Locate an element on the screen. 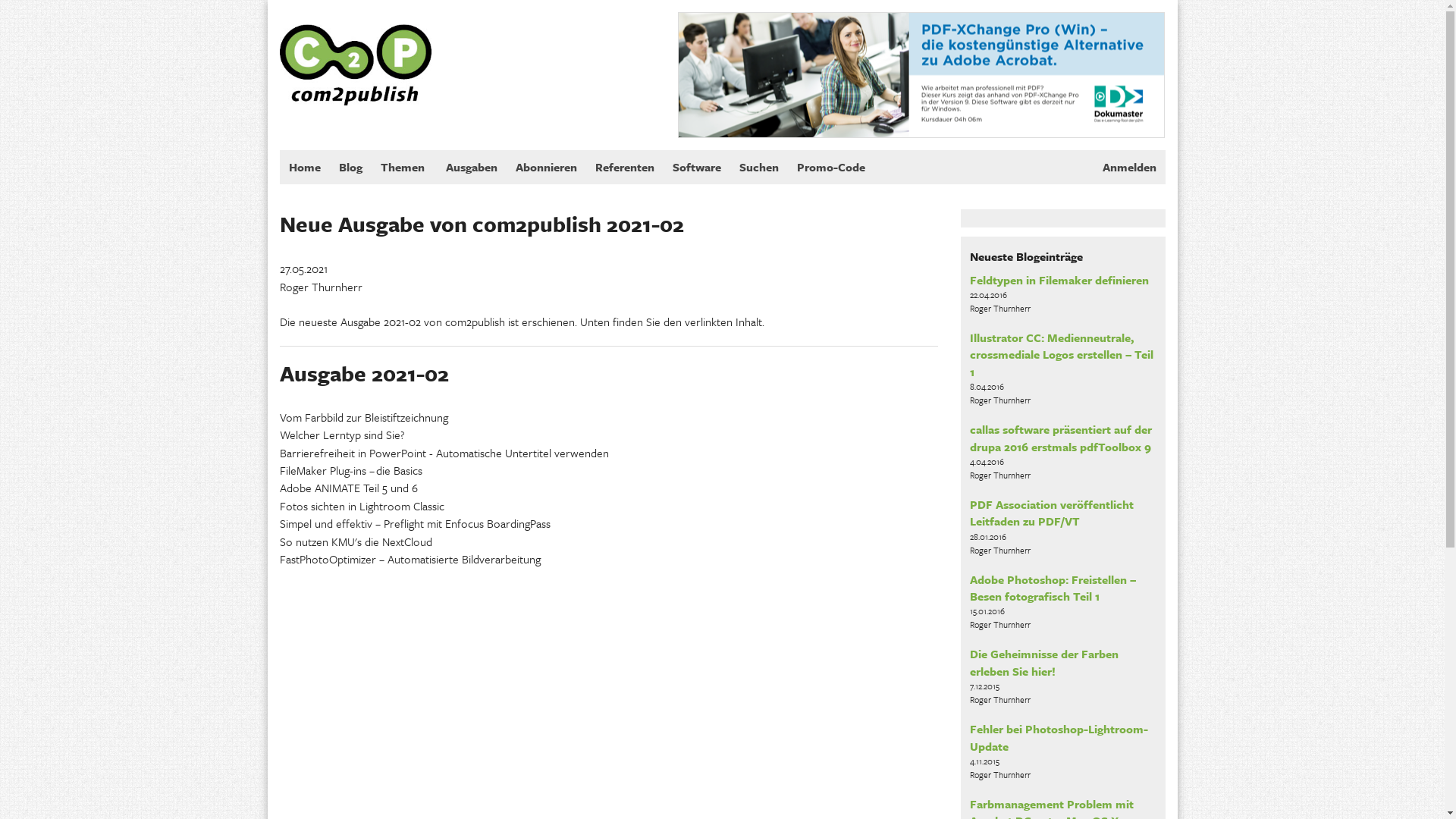 This screenshot has height=819, width=1456. 'Anmelden' is located at coordinates (1129, 167).